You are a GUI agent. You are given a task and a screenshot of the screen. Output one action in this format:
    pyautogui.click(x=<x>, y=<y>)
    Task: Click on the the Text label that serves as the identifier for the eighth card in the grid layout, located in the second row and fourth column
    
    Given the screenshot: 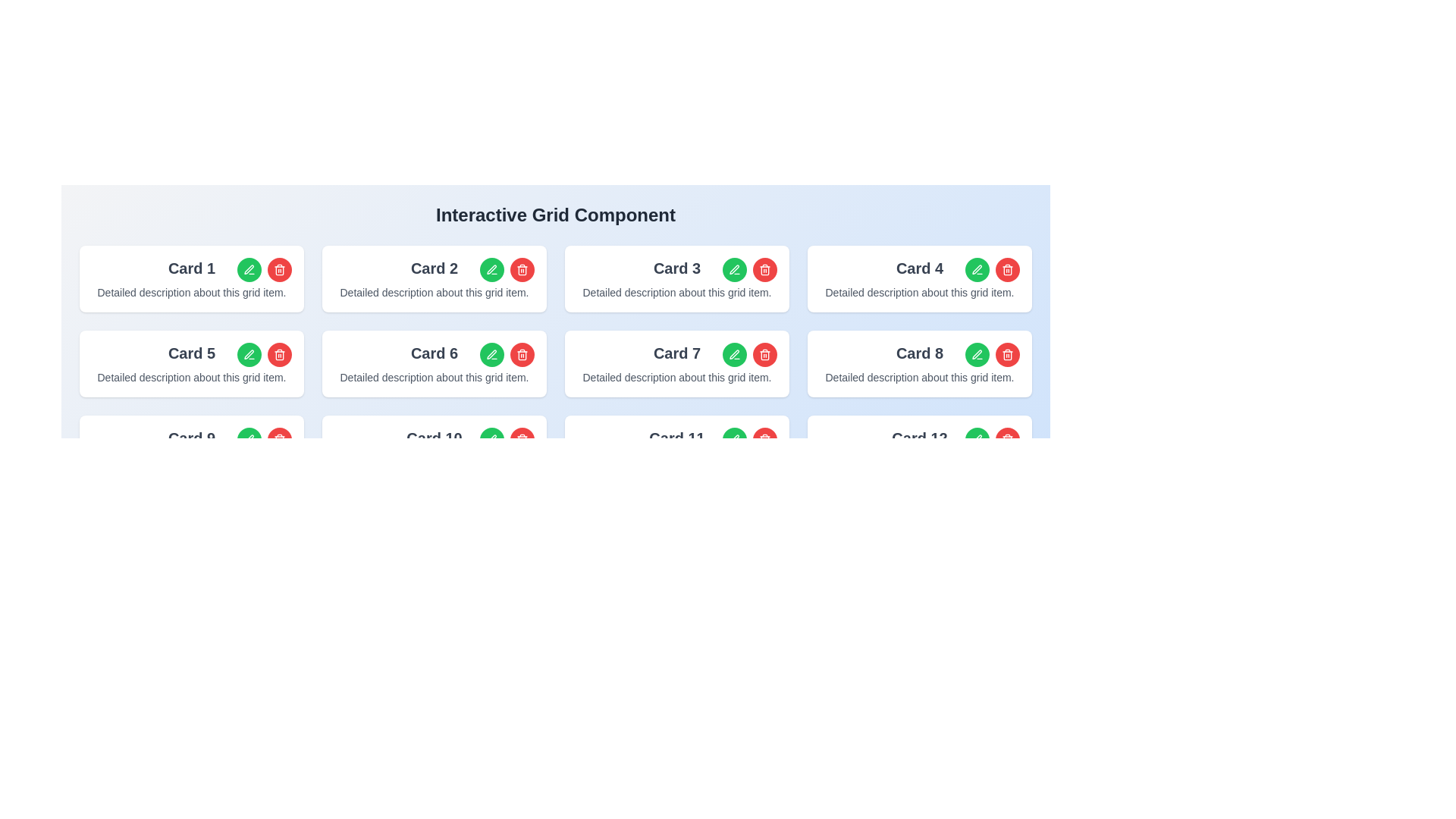 What is the action you would take?
    pyautogui.click(x=919, y=353)
    